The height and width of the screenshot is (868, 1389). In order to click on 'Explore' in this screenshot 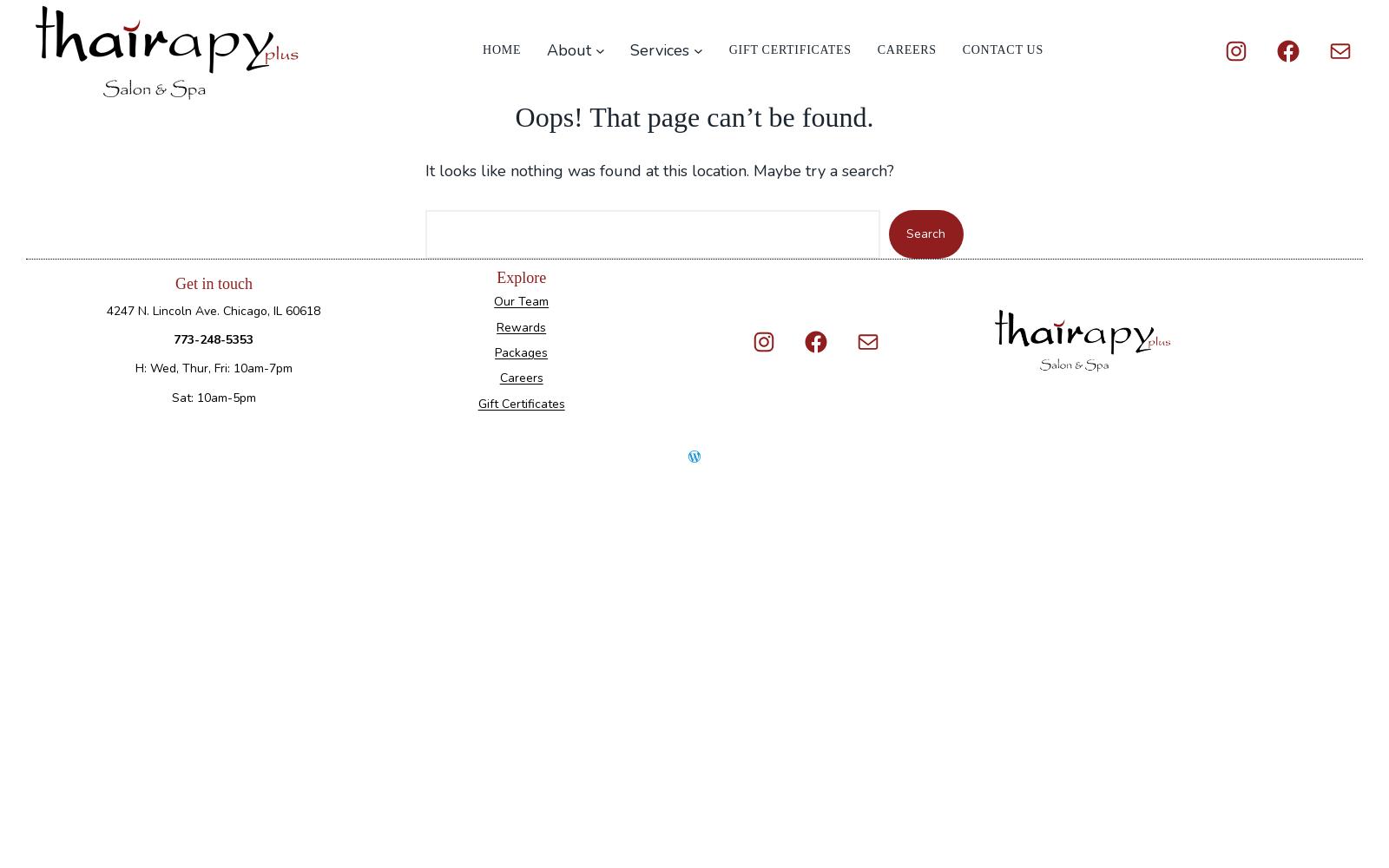, I will do `click(520, 276)`.